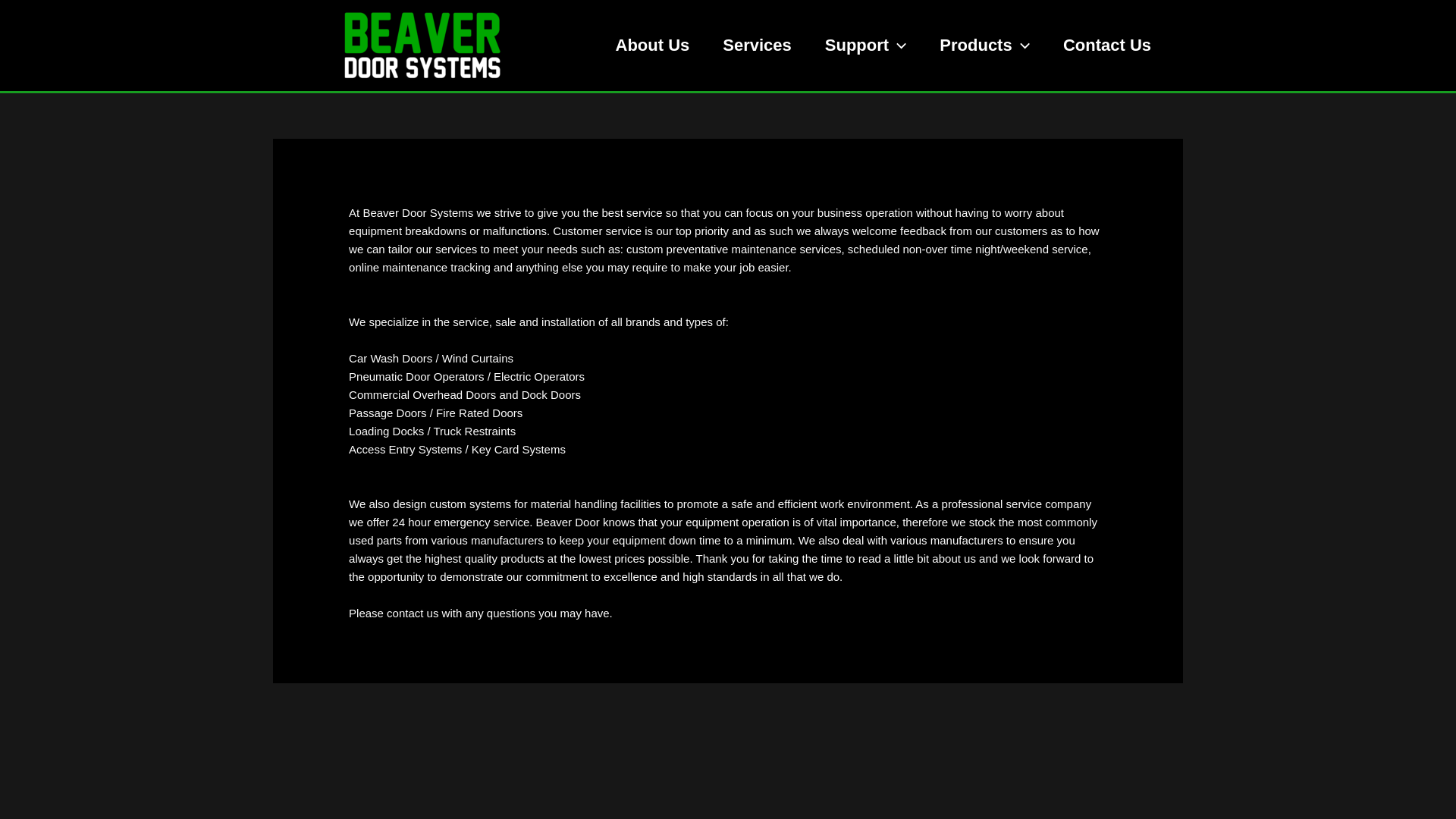  Describe the element at coordinates (1106, 45) in the screenshot. I see `'Contact Us'` at that location.